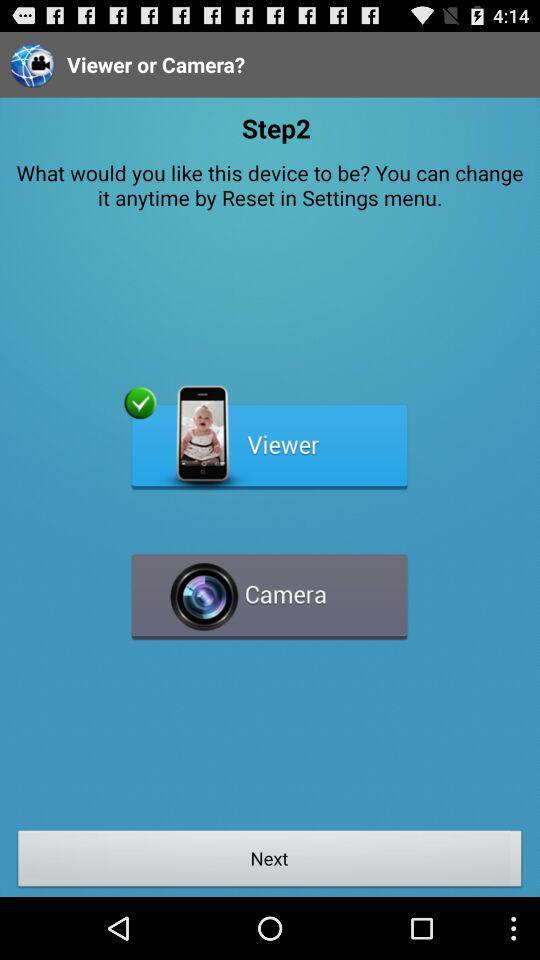 Image resolution: width=540 pixels, height=960 pixels. What do you see at coordinates (269, 438) in the screenshot?
I see `in recording in progress` at bounding box center [269, 438].